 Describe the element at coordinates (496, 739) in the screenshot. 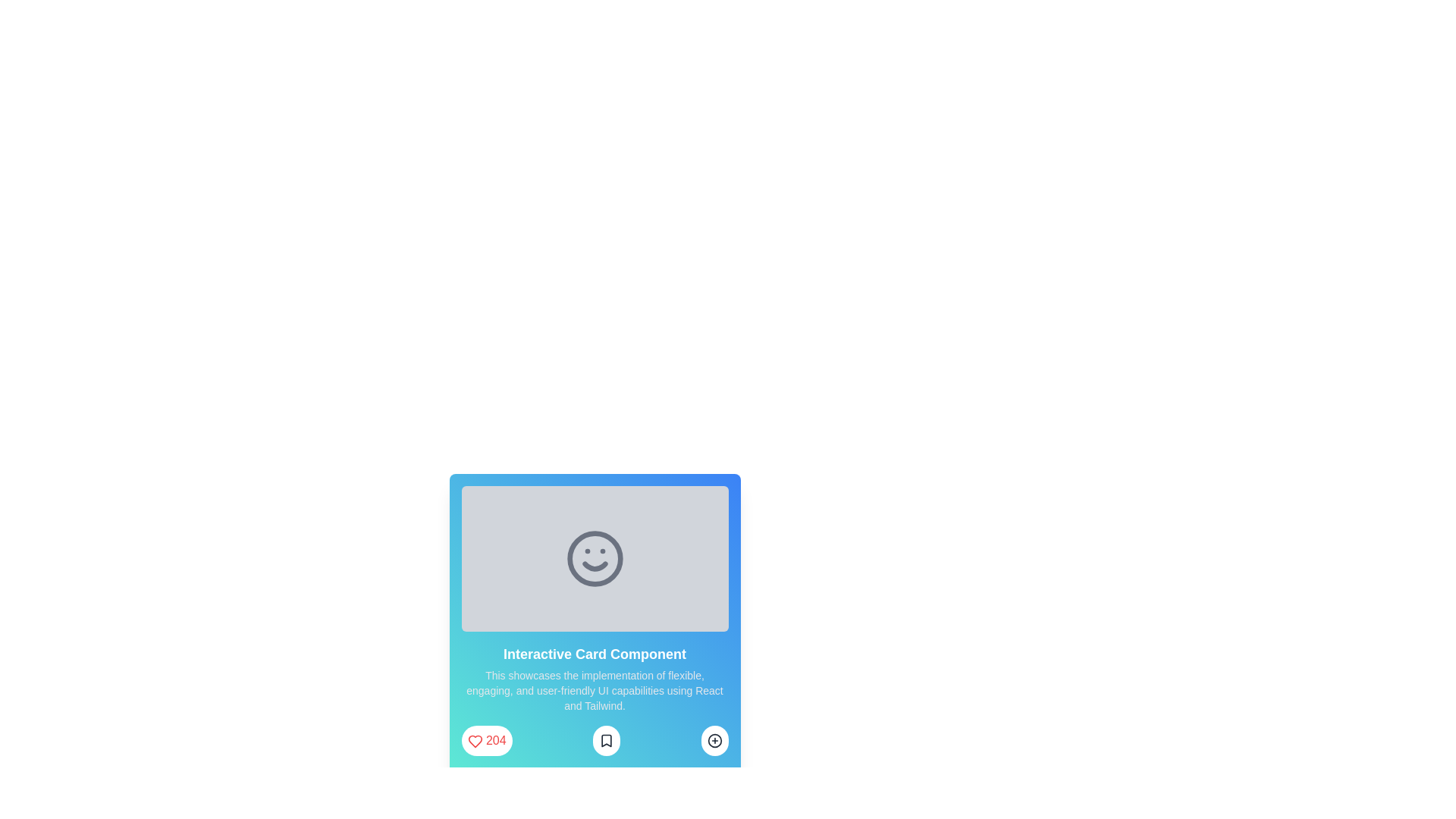

I see `the red-styled number '204' displayed prominently within a rounded white background at the bottom-left section of the card` at that location.